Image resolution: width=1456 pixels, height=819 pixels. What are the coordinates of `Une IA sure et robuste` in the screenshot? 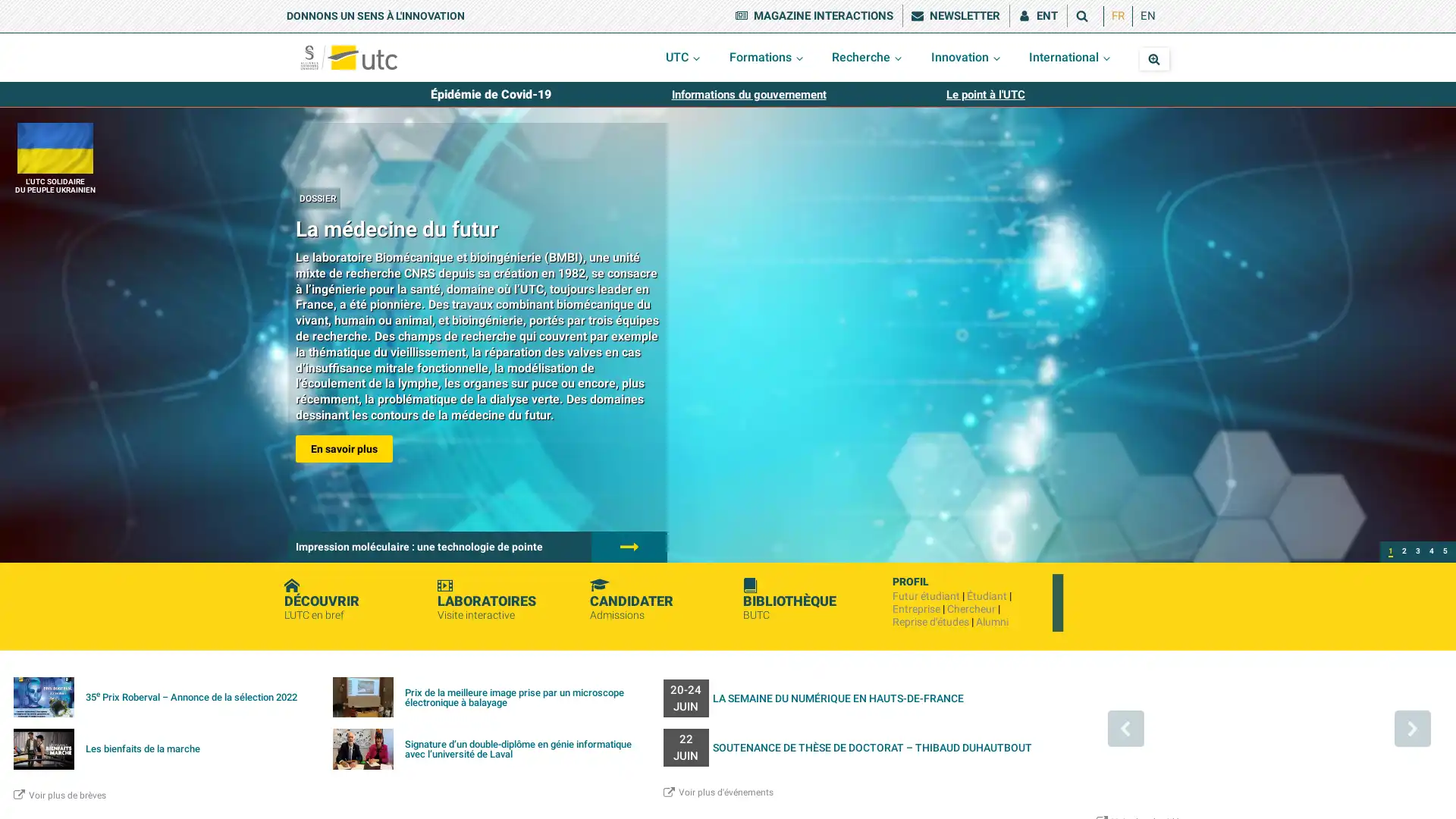 It's located at (1430, 552).